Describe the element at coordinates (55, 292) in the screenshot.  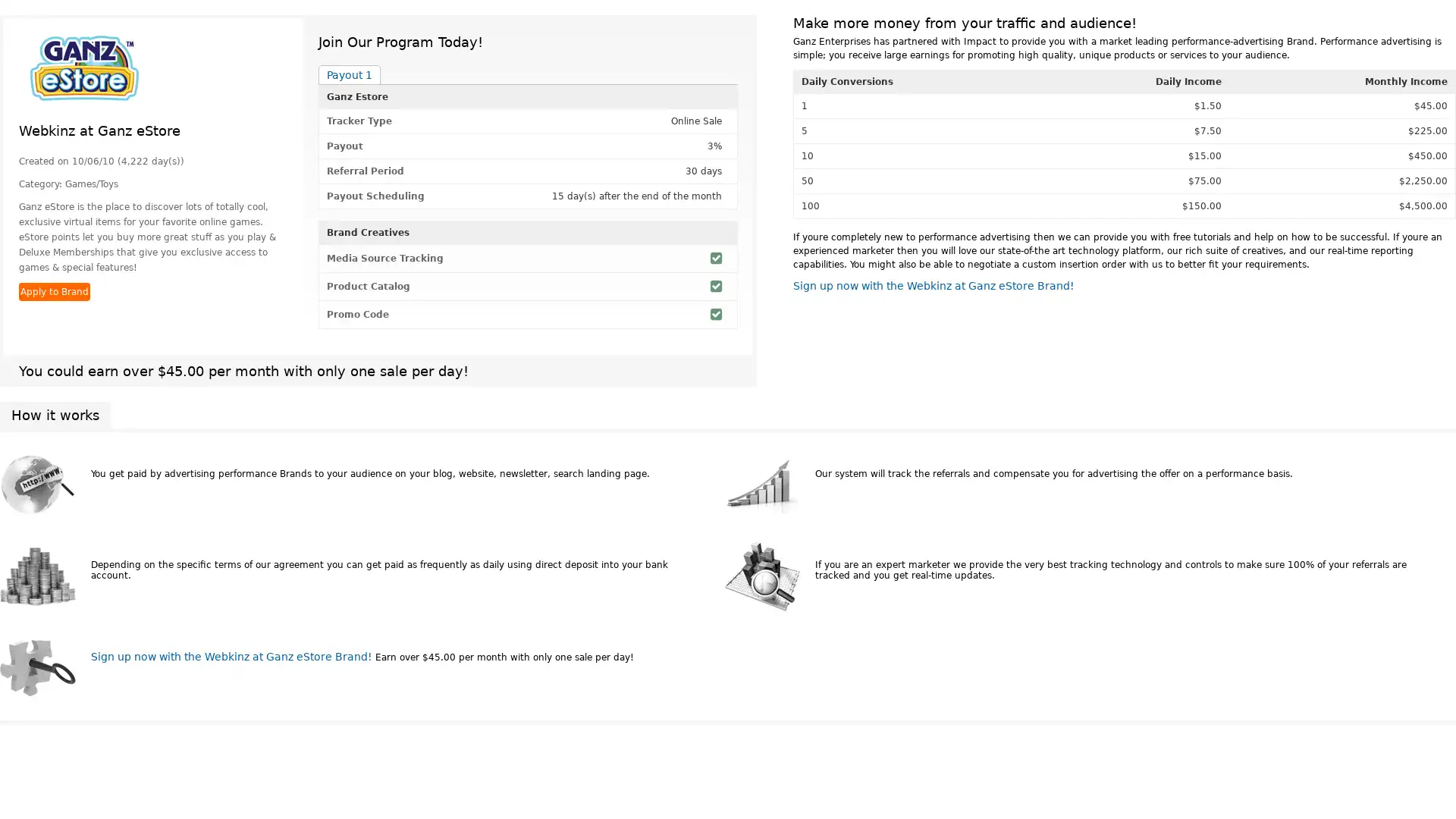
I see `Apply to Brand` at that location.